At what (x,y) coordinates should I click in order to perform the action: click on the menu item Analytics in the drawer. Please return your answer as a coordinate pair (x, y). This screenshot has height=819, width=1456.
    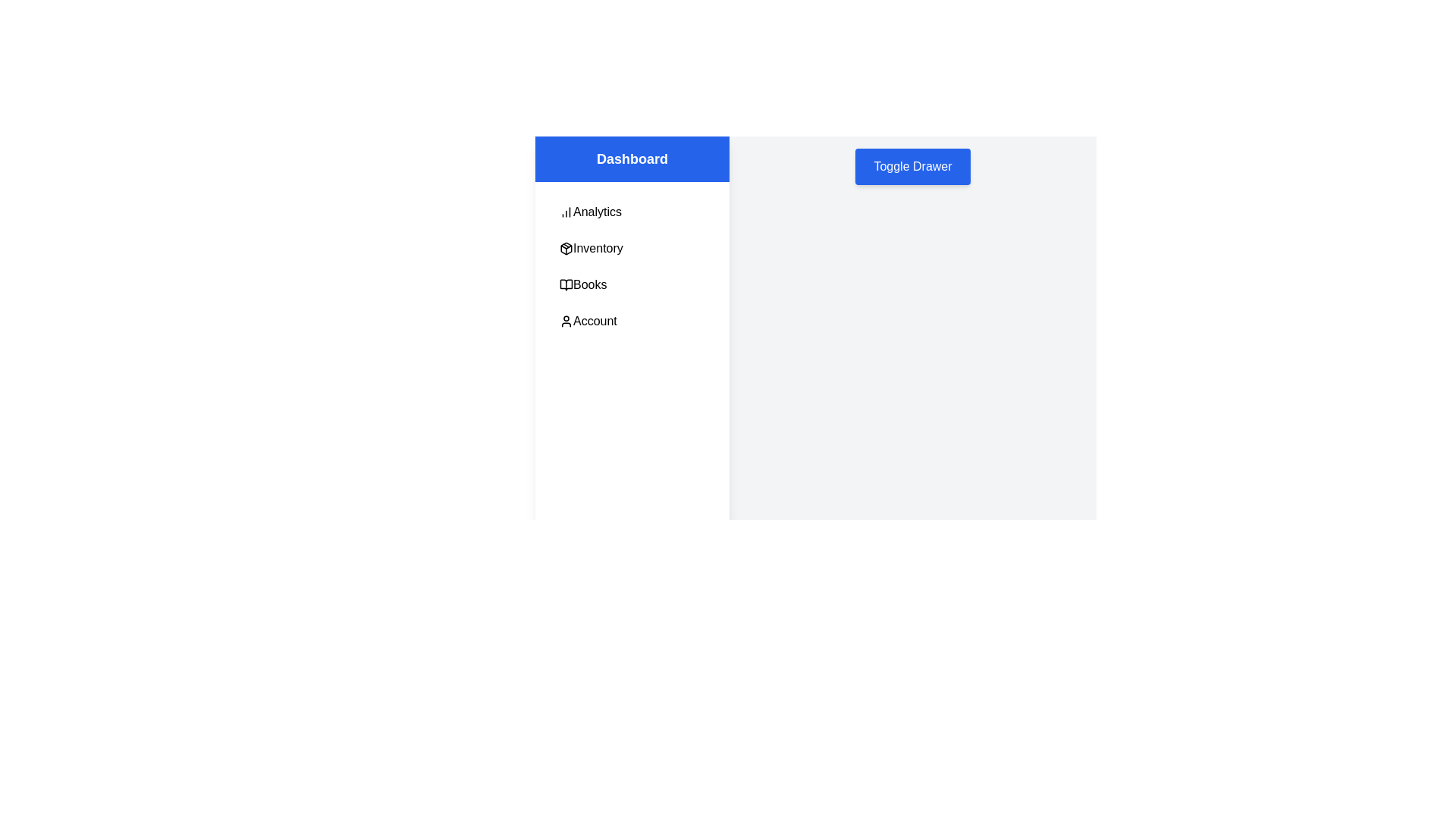
    Looking at the image, I should click on (632, 212).